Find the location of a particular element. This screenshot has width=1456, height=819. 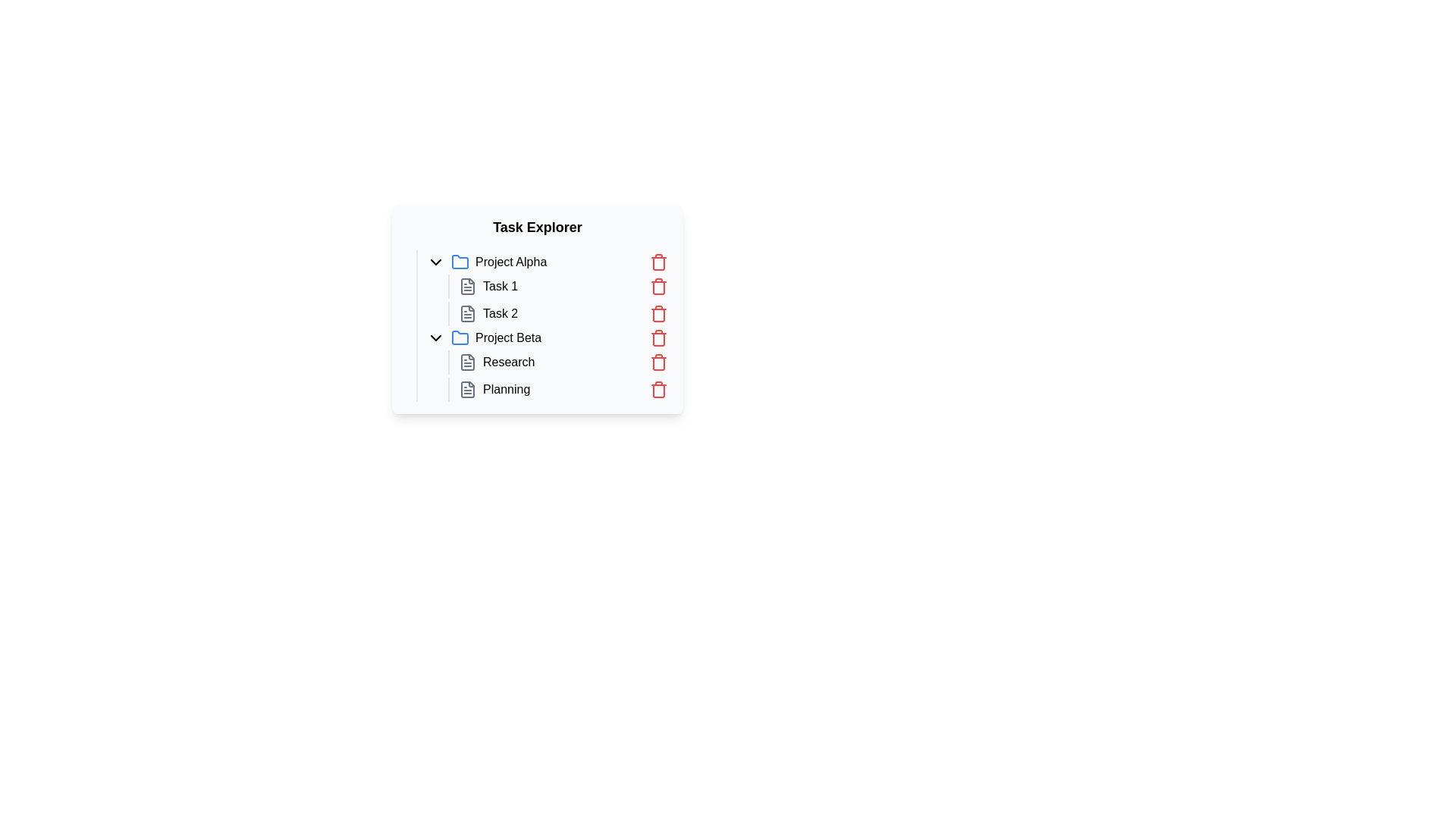

the folder icon with a blue outline located next to the label 'Project Alpha' is located at coordinates (459, 260).